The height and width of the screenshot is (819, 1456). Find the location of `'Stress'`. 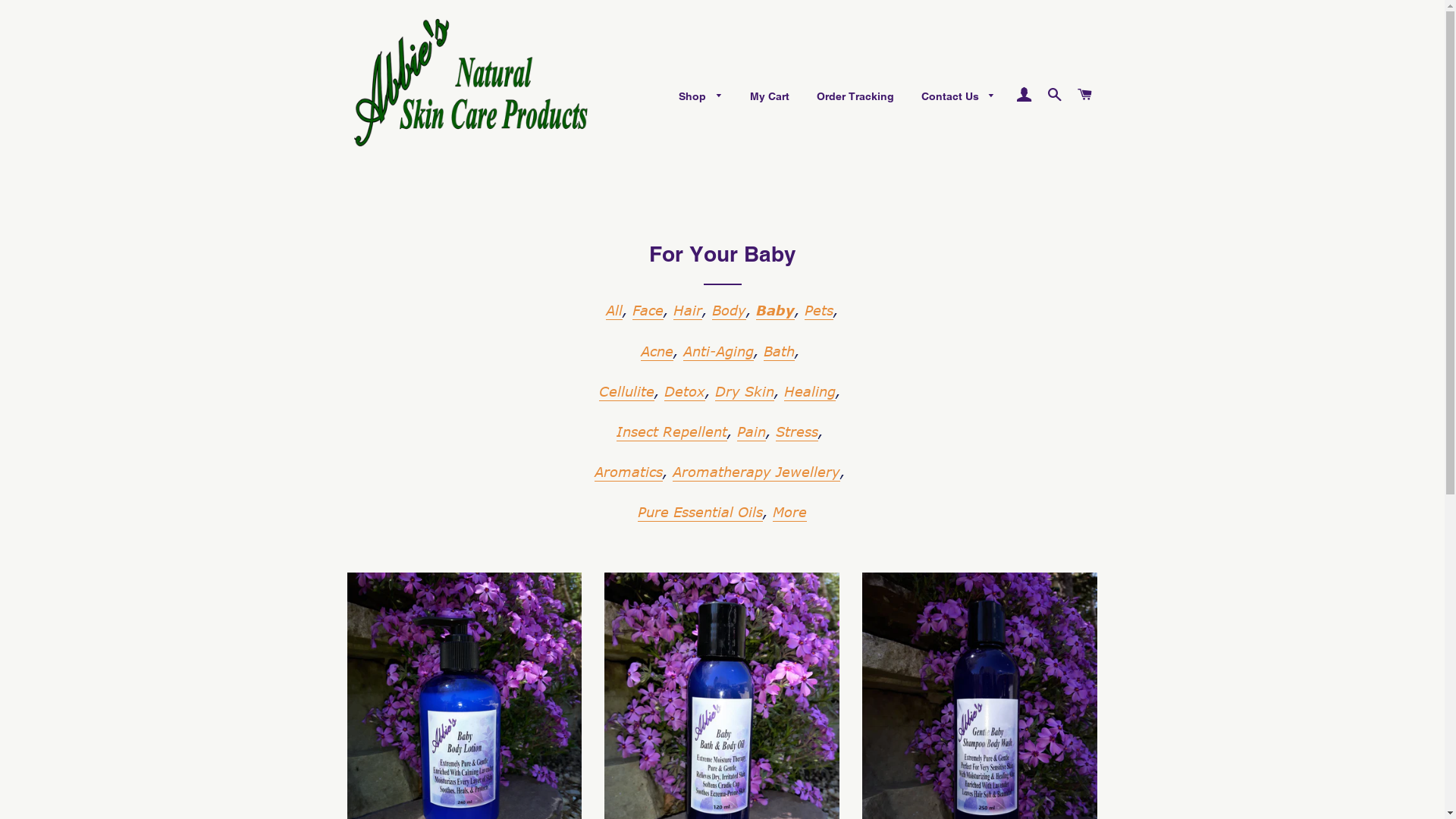

'Stress' is located at coordinates (796, 432).